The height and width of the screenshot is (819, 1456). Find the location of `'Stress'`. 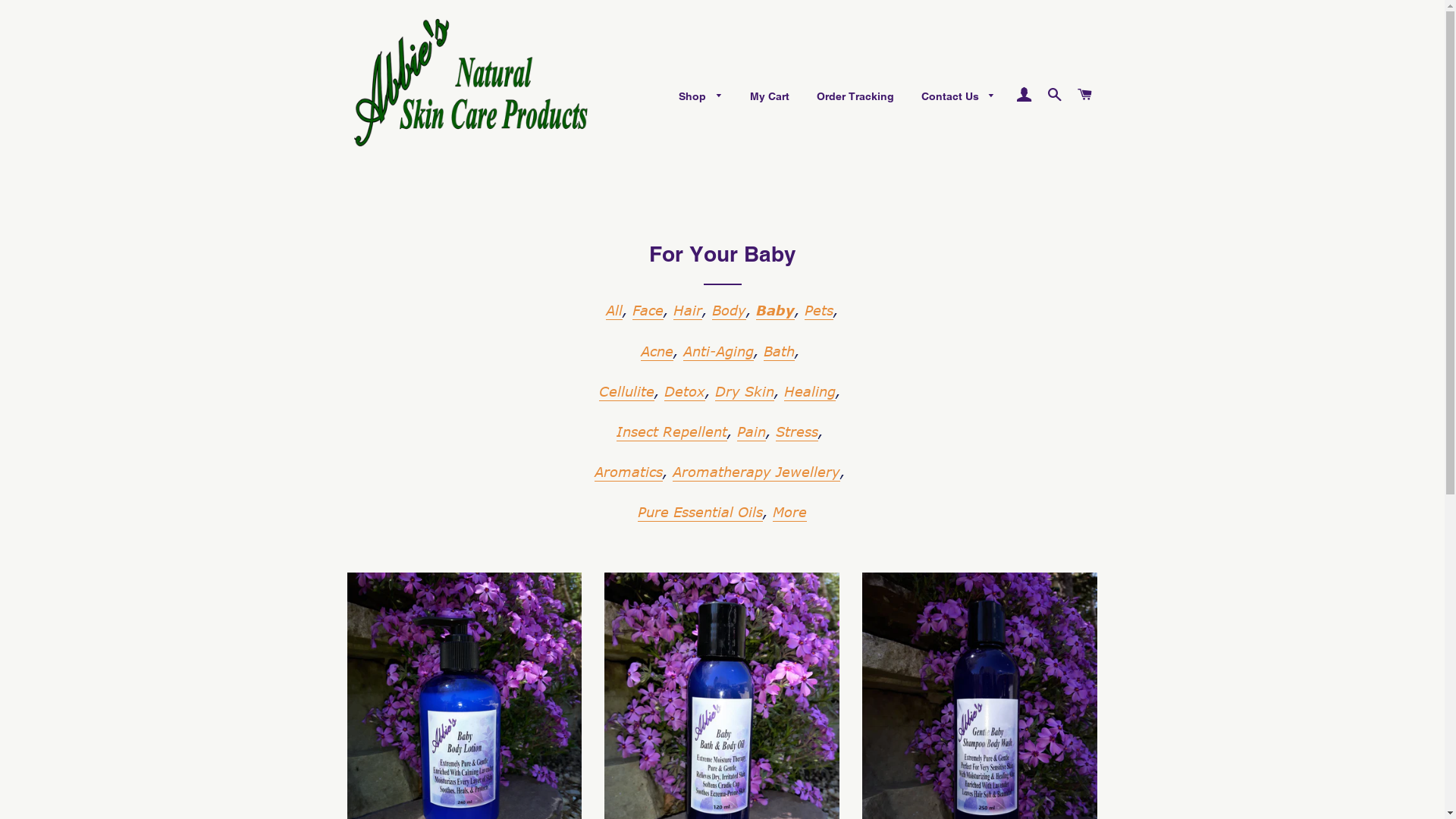

'Stress' is located at coordinates (796, 432).